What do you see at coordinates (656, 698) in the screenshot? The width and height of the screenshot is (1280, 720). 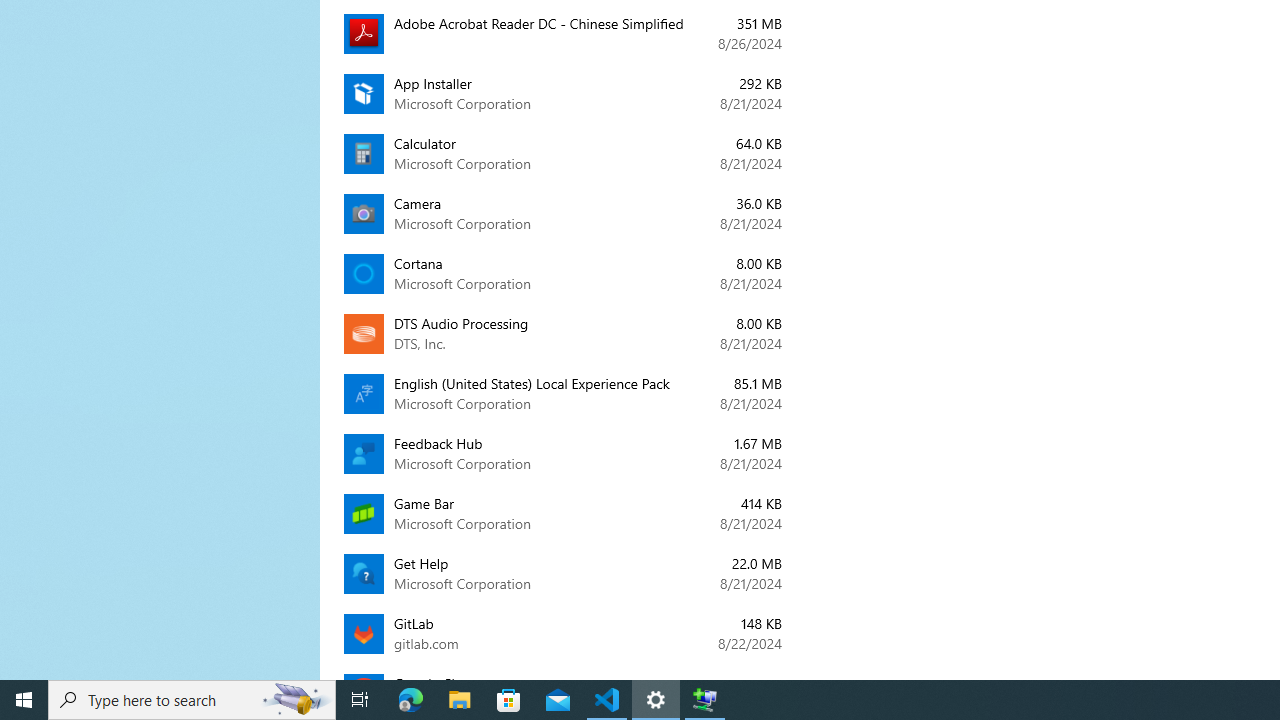 I see `'Settings - 1 running window'` at bounding box center [656, 698].